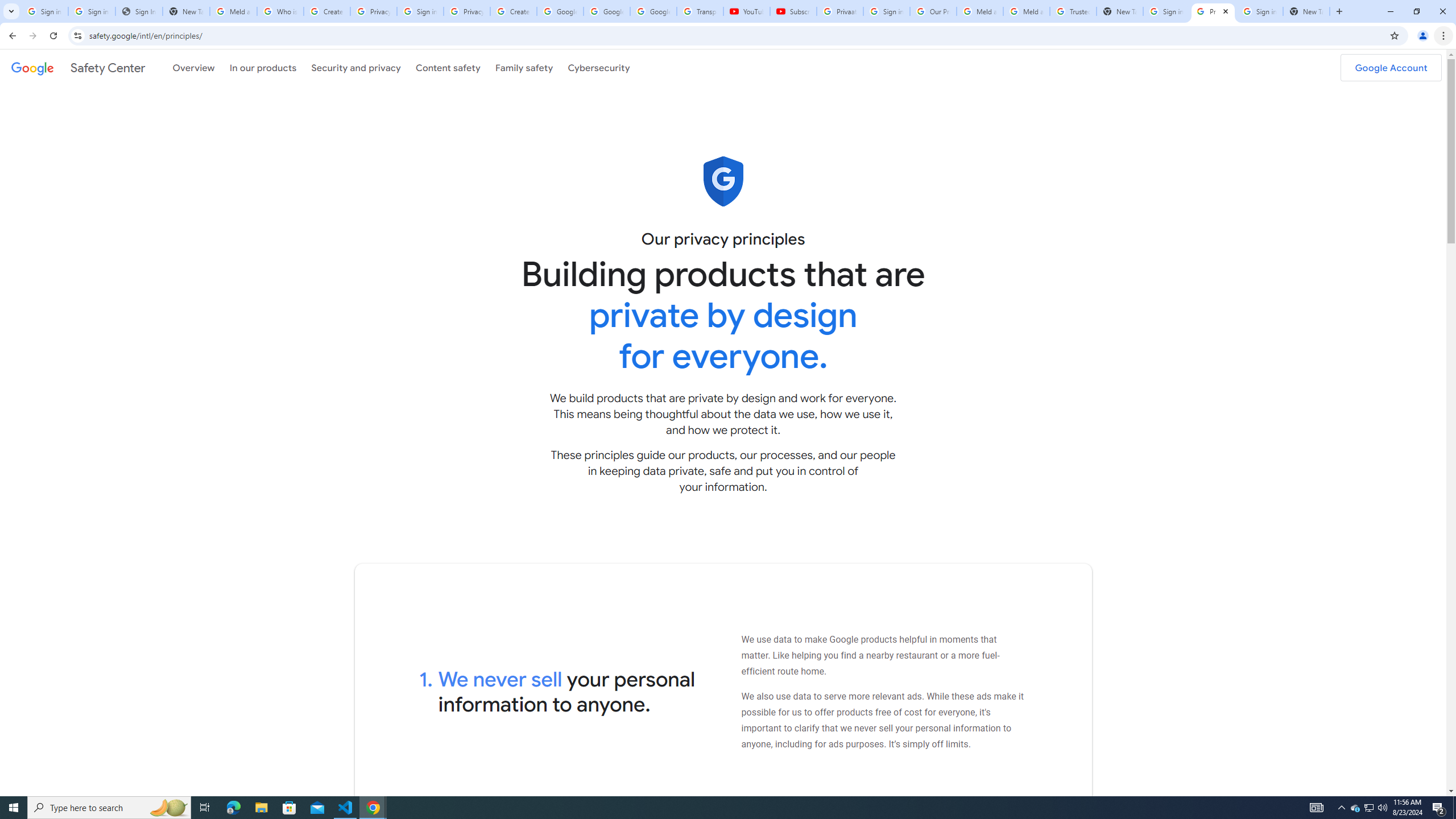 The height and width of the screenshot is (819, 1456). Describe the element at coordinates (1073, 11) in the screenshot. I see `'Trusted Information and Content - Google Safety Center'` at that location.